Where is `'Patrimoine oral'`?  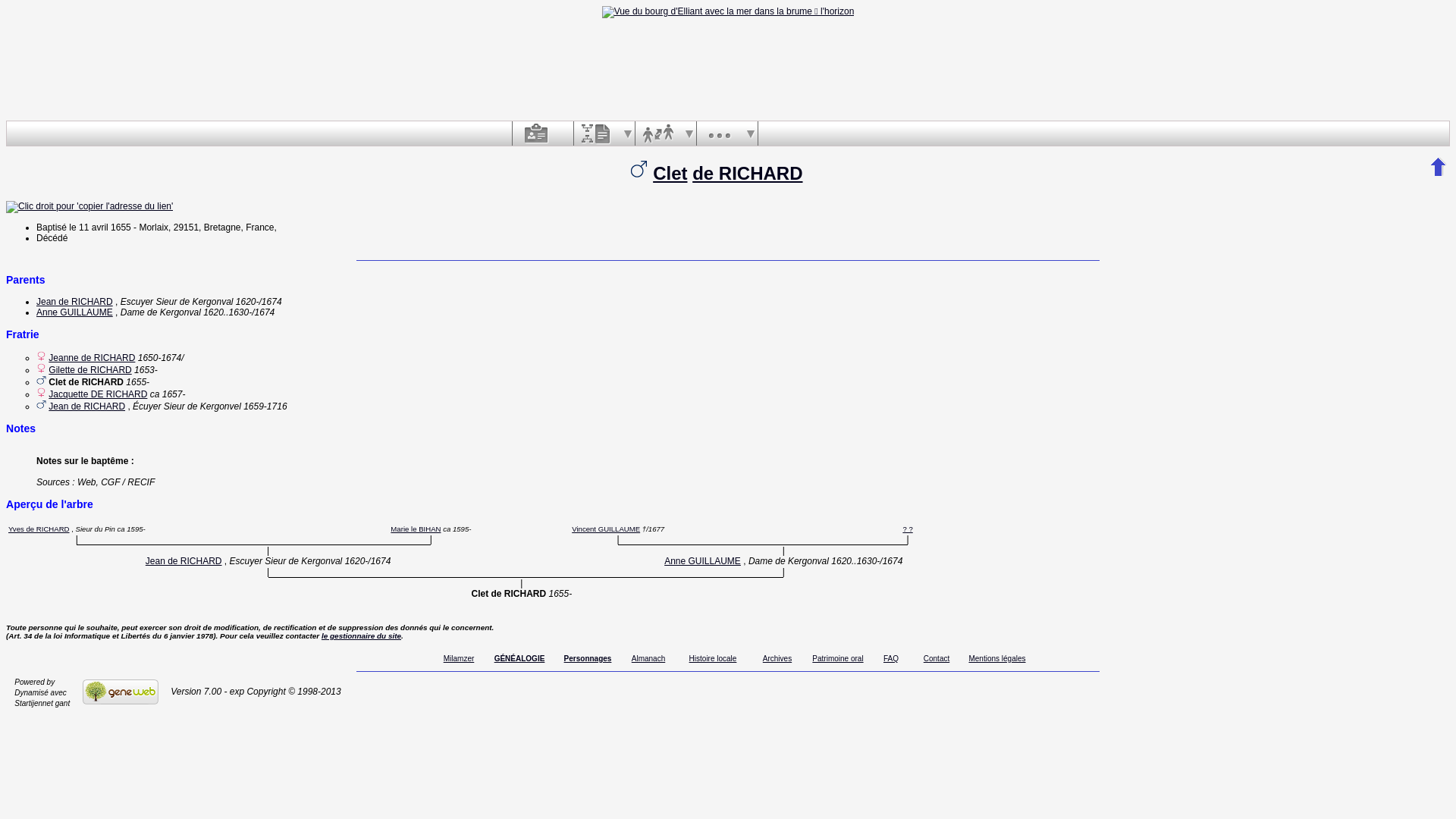 'Patrimoine oral' is located at coordinates (836, 657).